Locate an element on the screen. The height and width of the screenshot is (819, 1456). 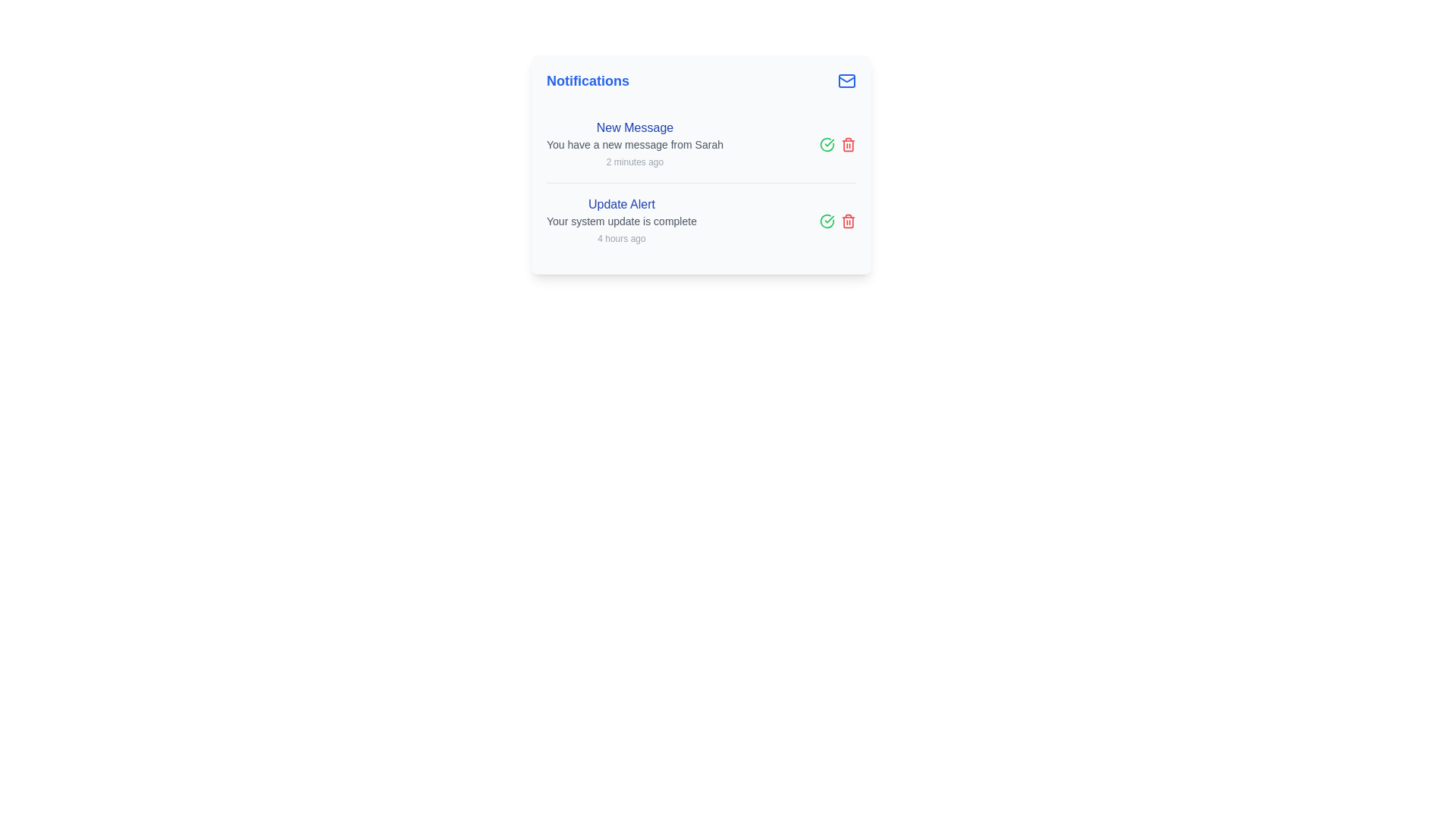
the green tick icon in the interactive icon group located in the top-right corner of the notification card to confirm is located at coordinates (836, 145).